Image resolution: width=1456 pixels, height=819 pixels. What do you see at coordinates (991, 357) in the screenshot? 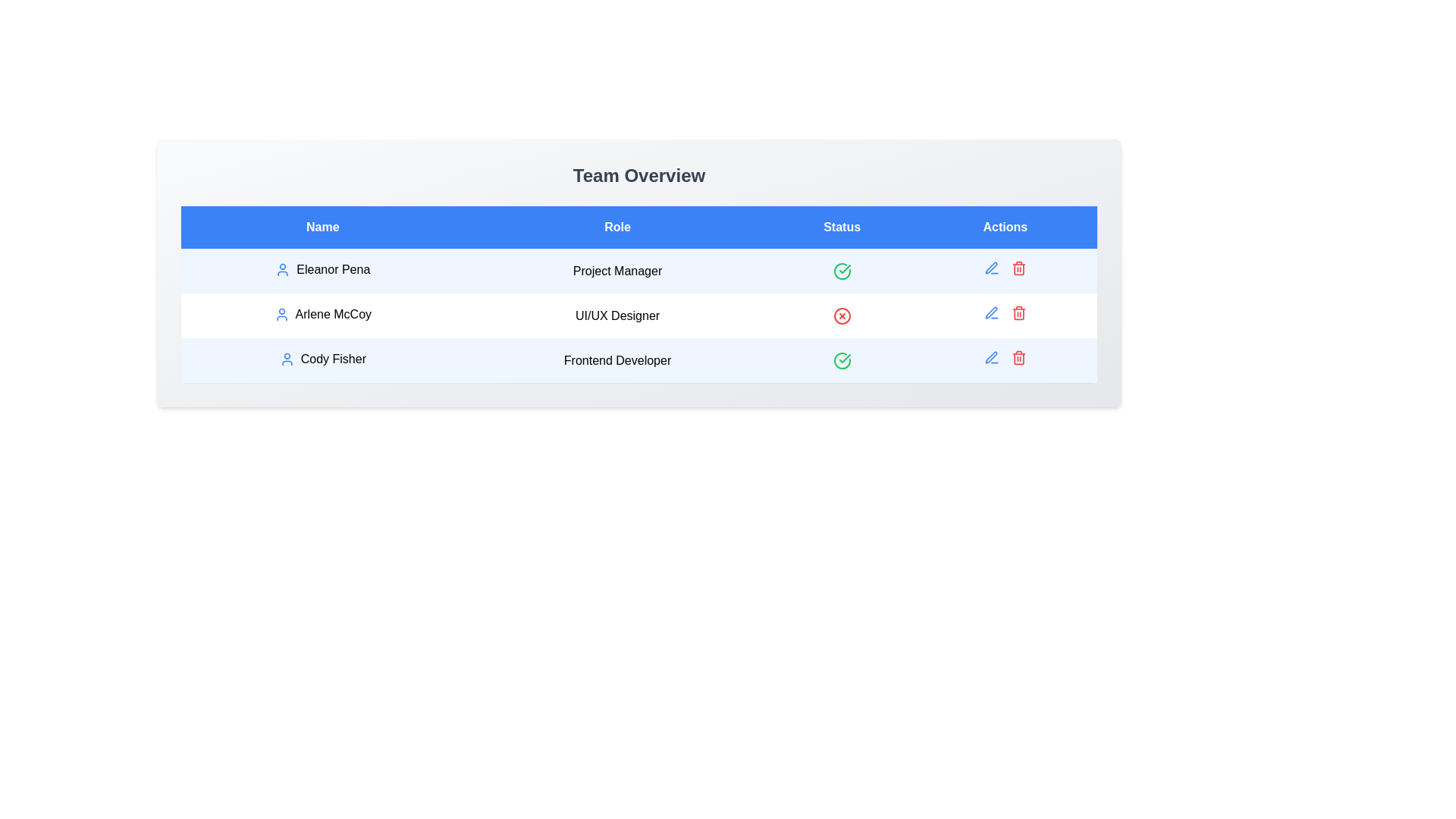
I see `the edit pen icon located in the 'Actions' column for the row corresponding to 'Arlene McCoy'. This icon signifies the ability to modify data related to that entry` at bounding box center [991, 357].